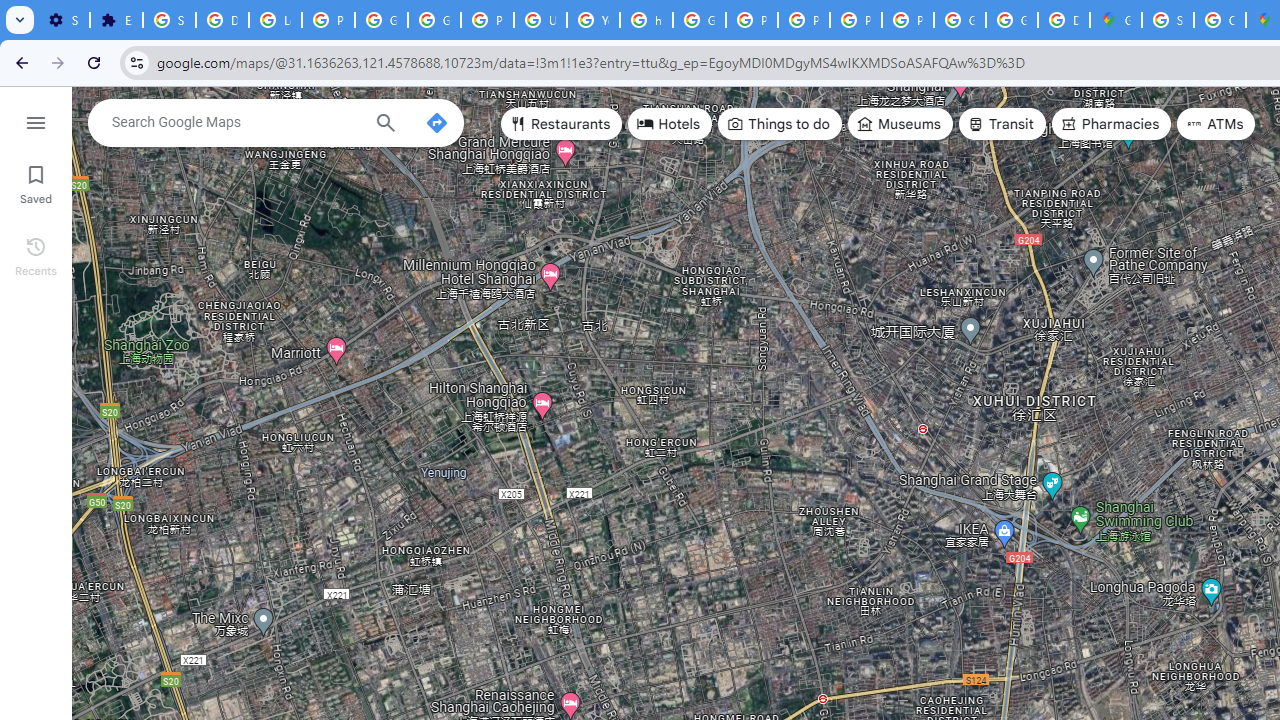 The height and width of the screenshot is (720, 1280). I want to click on 'Menu', so click(35, 120).